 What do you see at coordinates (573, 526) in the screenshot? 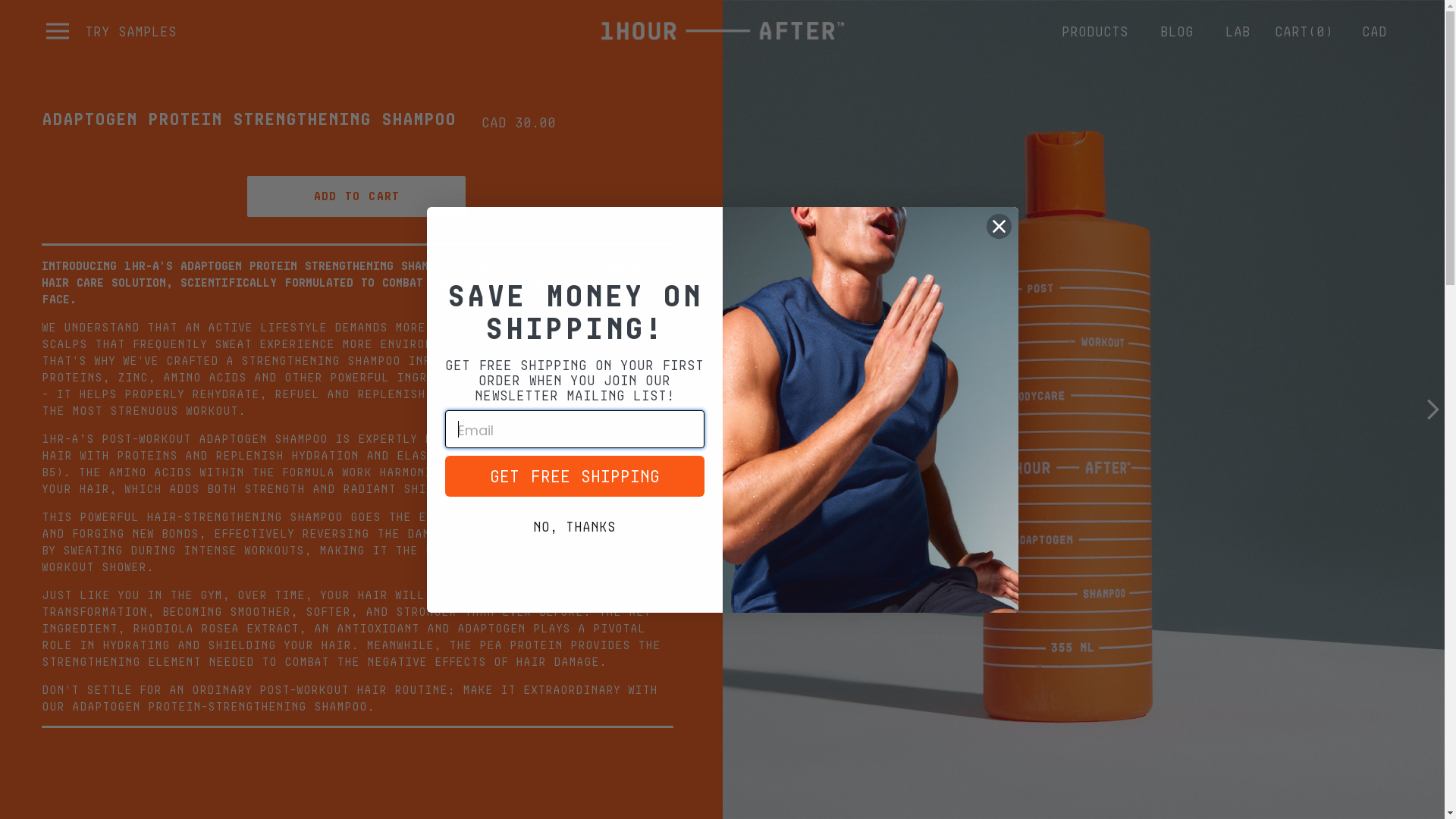
I see `'No, thanks'` at bounding box center [573, 526].